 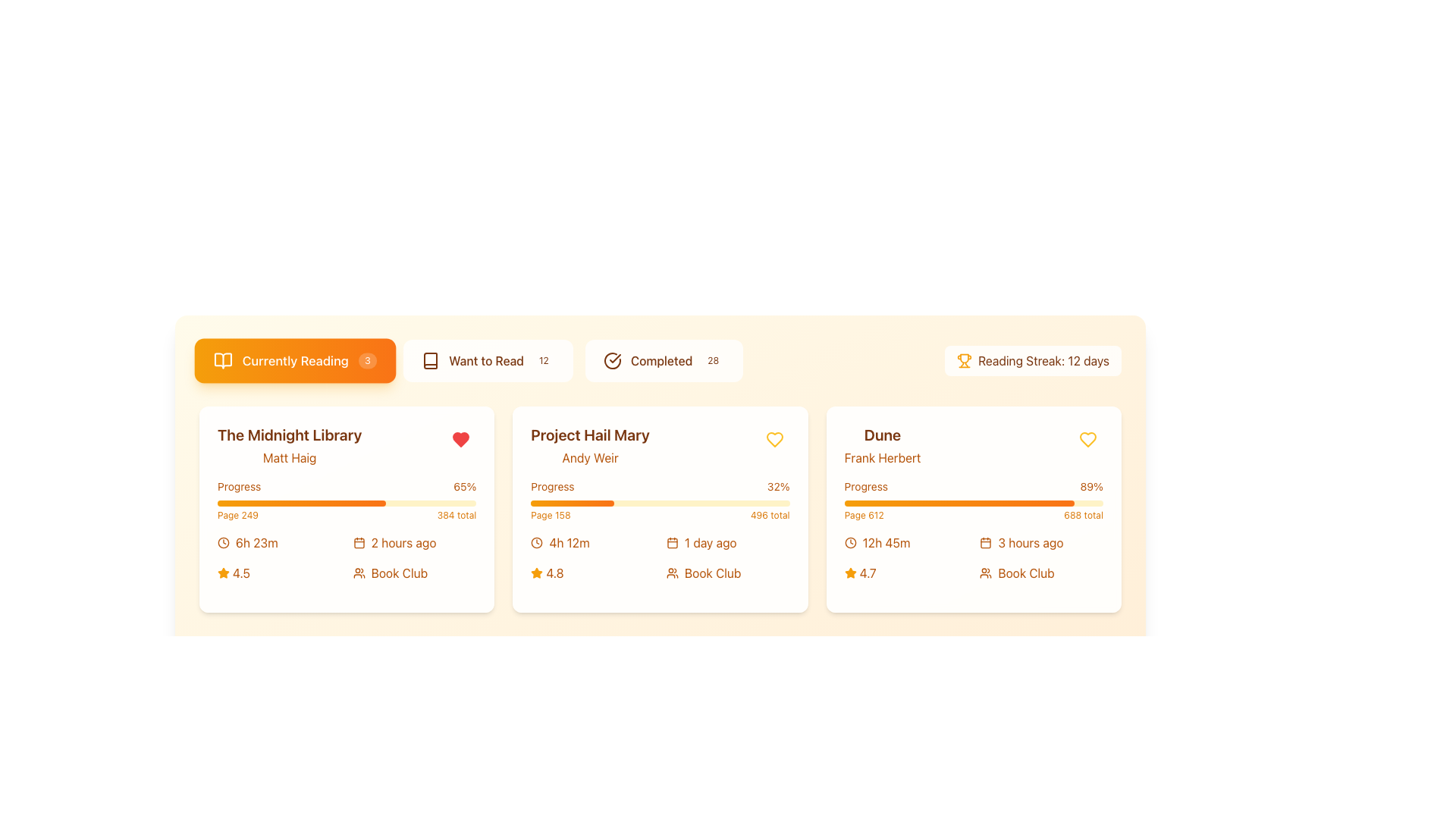 What do you see at coordinates (1087, 439) in the screenshot?
I see `the heart icon button located at the top-right corner of the Dune card` at bounding box center [1087, 439].